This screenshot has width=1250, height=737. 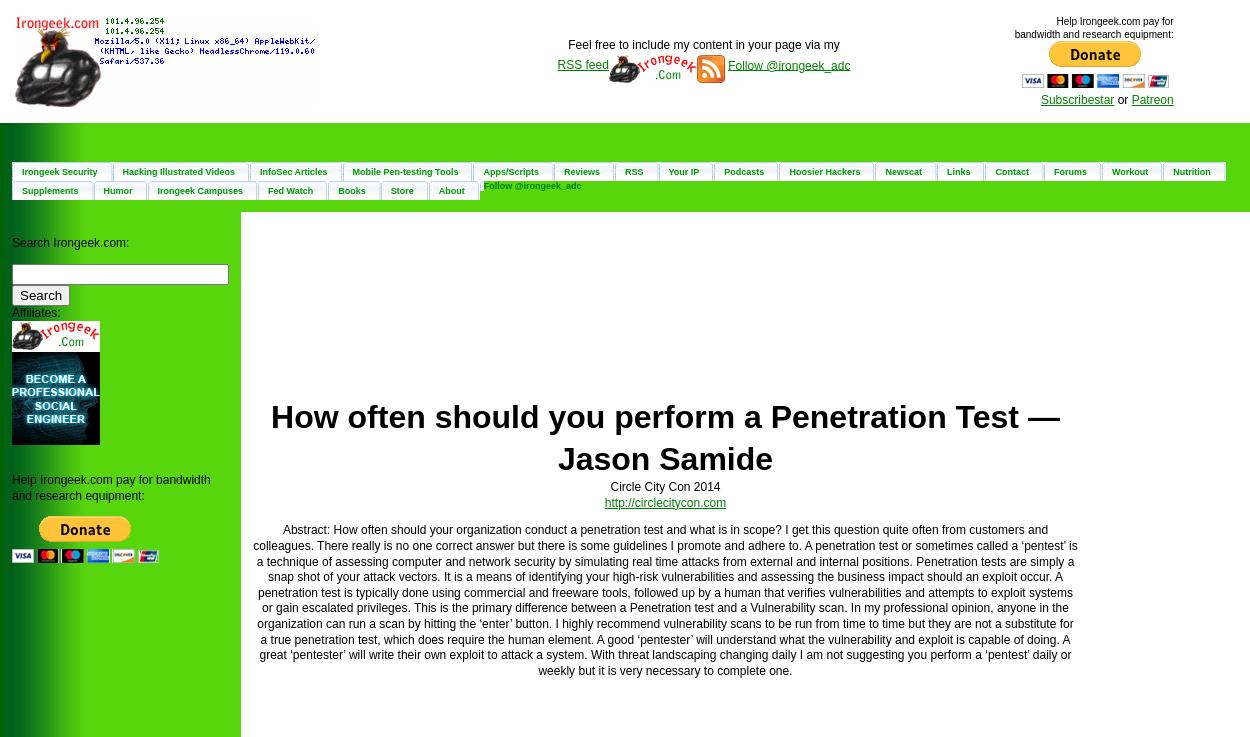 What do you see at coordinates (110, 487) in the screenshot?
I see `'Help Irongeek.com pay for bandwidth and research equipment:'` at bounding box center [110, 487].